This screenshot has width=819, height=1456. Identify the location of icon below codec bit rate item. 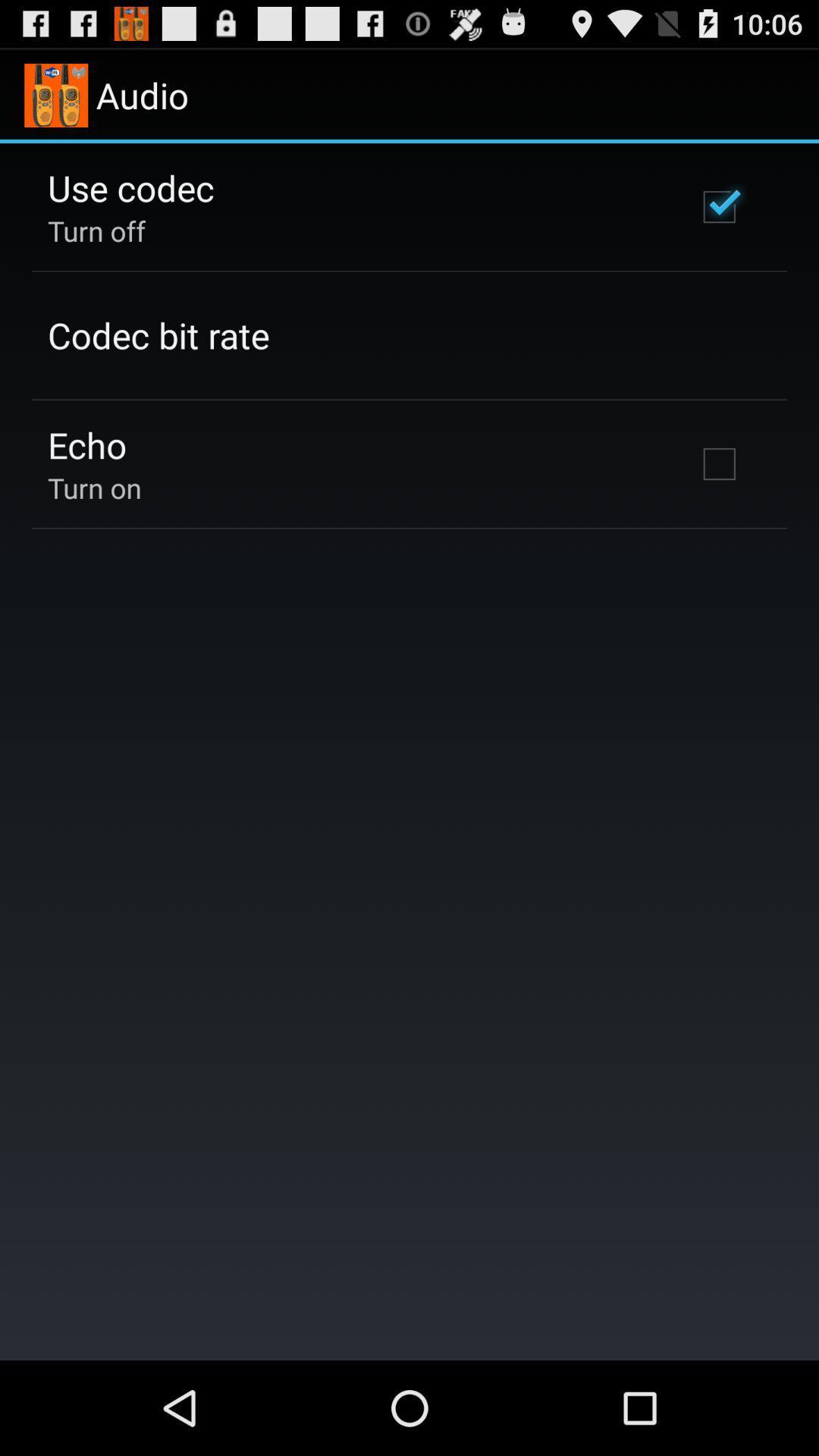
(87, 444).